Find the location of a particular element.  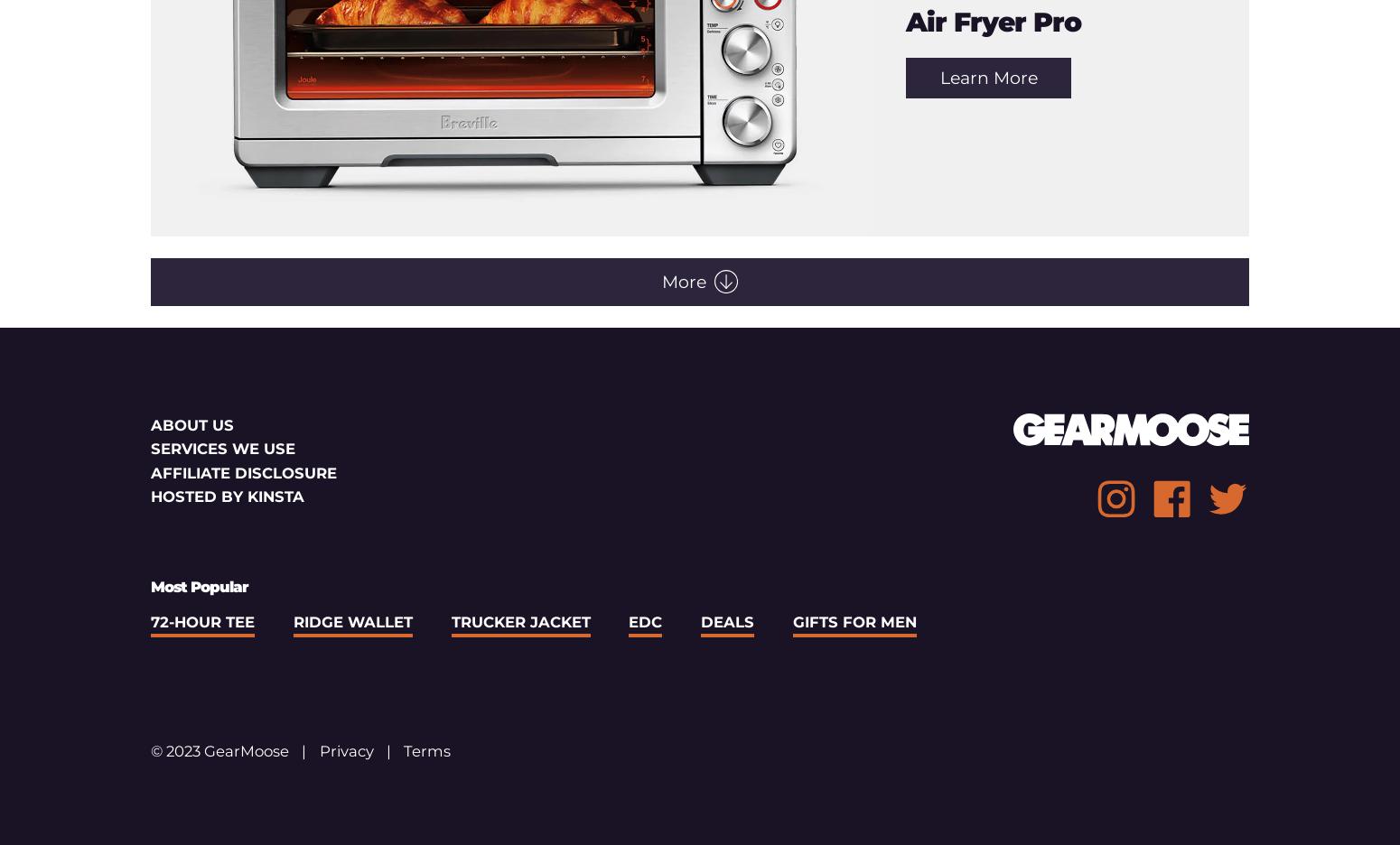

'Privacy' is located at coordinates (345, 749).